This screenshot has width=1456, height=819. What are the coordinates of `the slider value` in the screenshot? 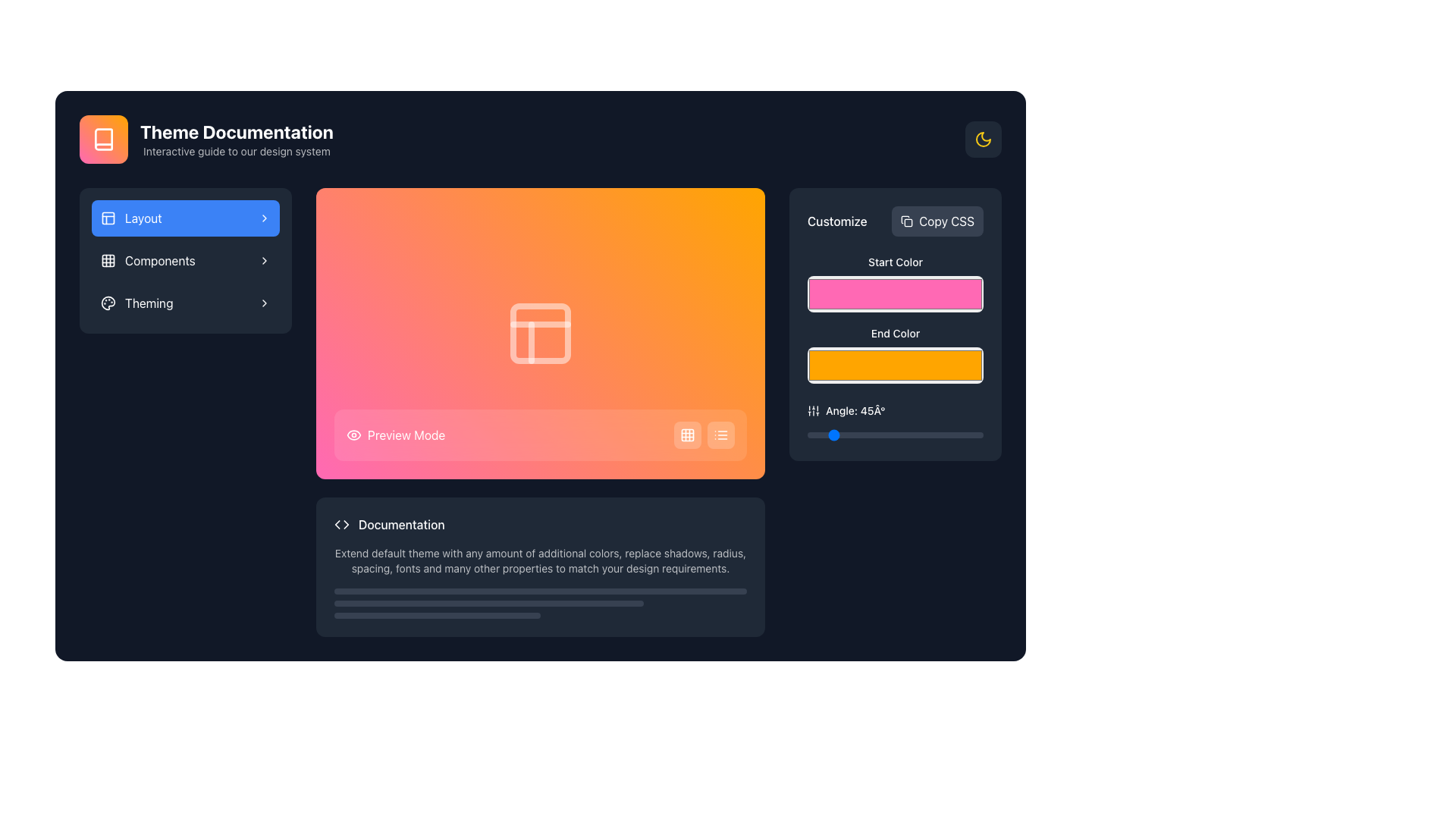 It's located at (912, 435).